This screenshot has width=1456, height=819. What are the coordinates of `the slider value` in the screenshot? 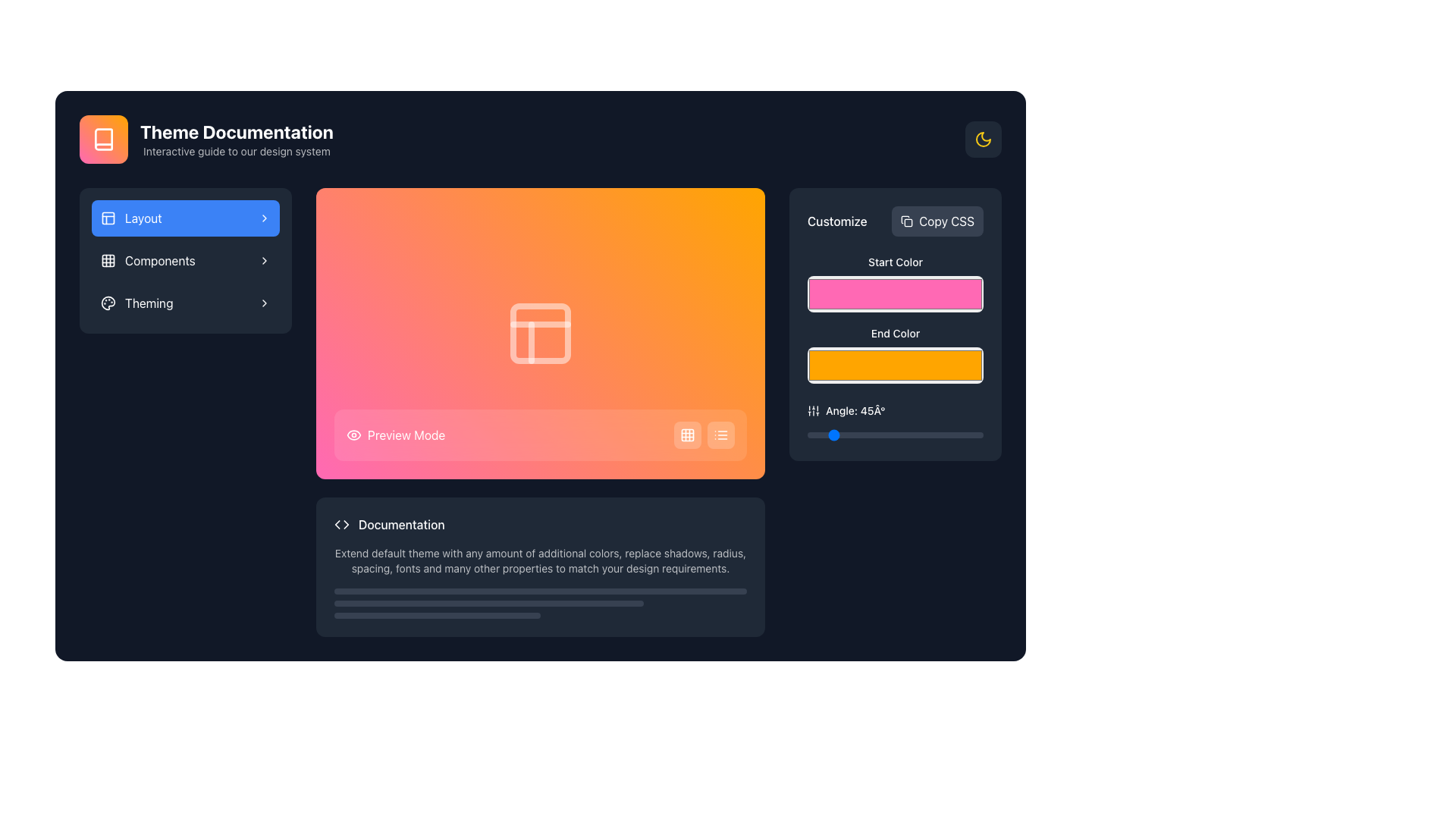 It's located at (912, 435).